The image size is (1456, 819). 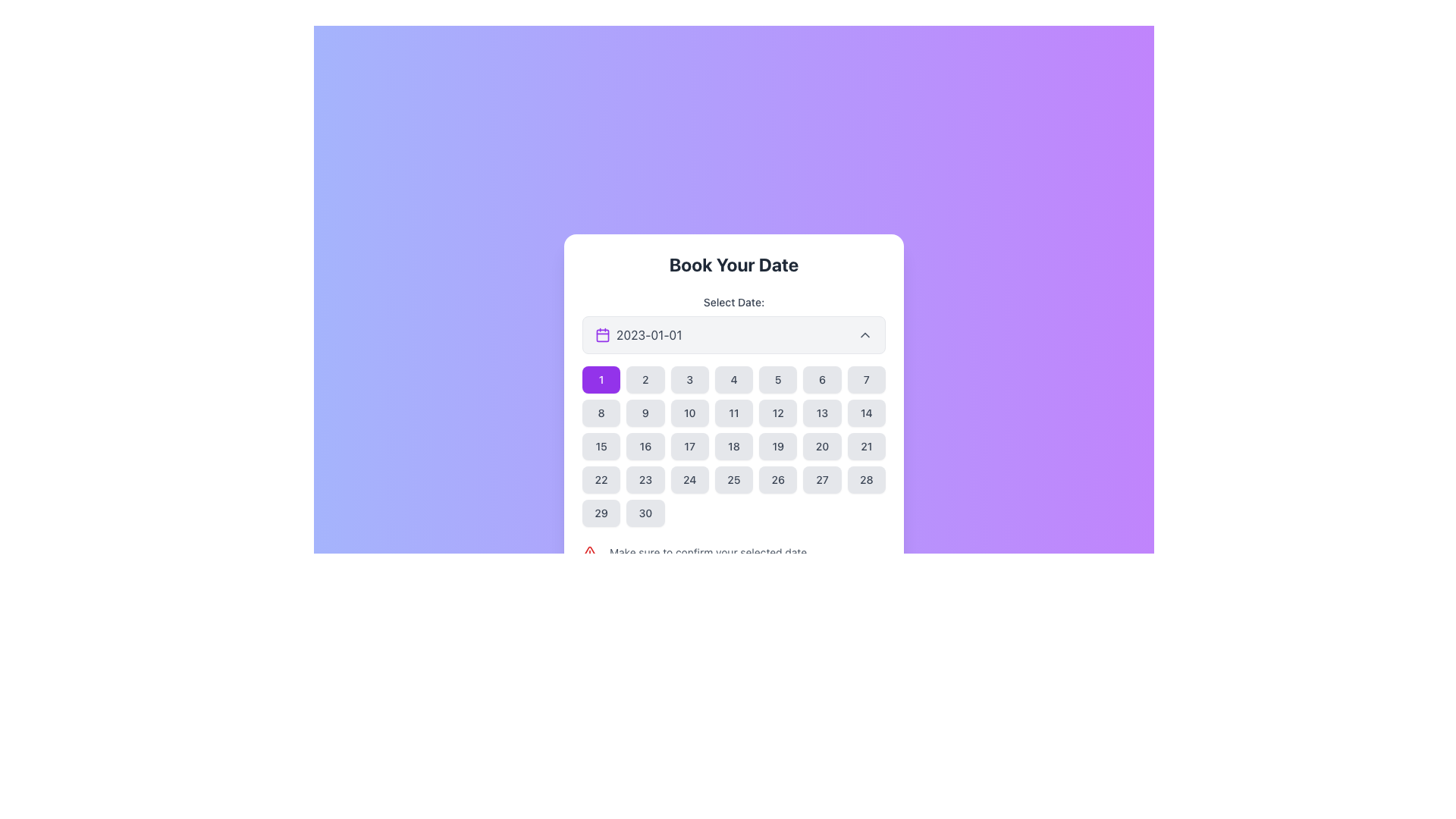 I want to click on the button labeled '20' which is a rounded rectangular button with a light gray background and dark gray text, so click(x=821, y=446).